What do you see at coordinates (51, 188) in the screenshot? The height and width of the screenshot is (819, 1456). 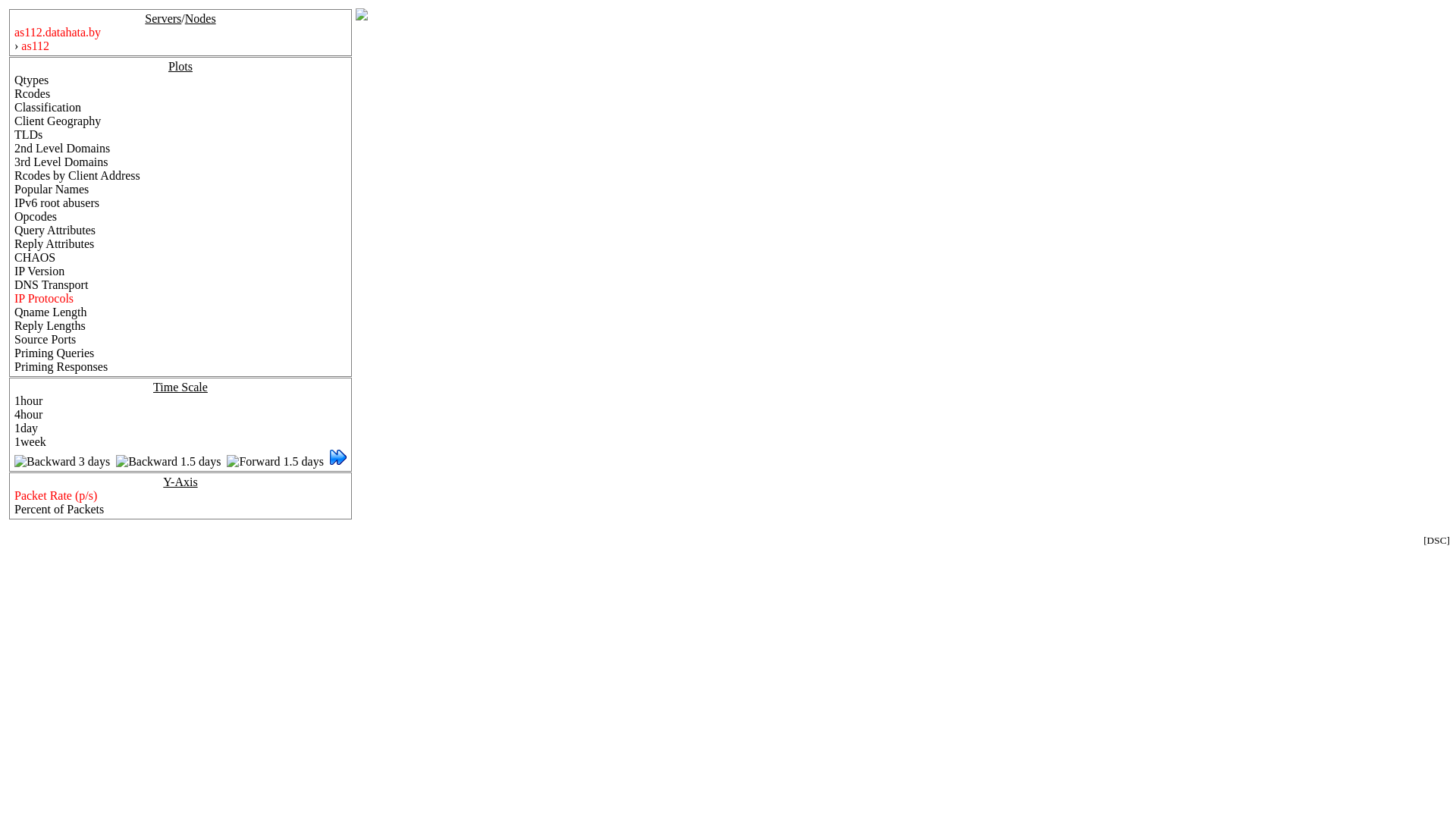 I see `'Popular Names'` at bounding box center [51, 188].